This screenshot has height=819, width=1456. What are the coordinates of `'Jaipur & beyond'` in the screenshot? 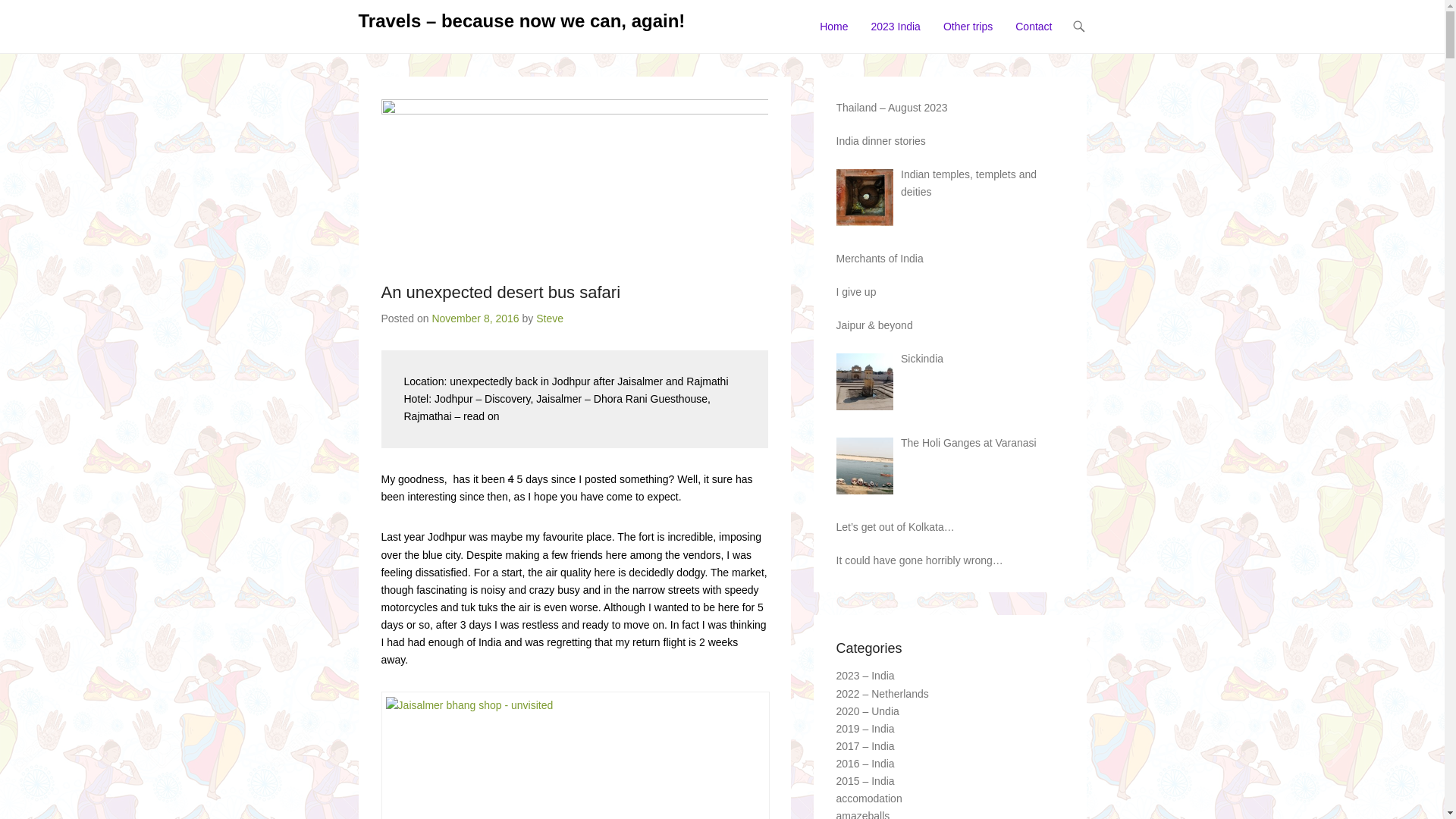 It's located at (835, 324).